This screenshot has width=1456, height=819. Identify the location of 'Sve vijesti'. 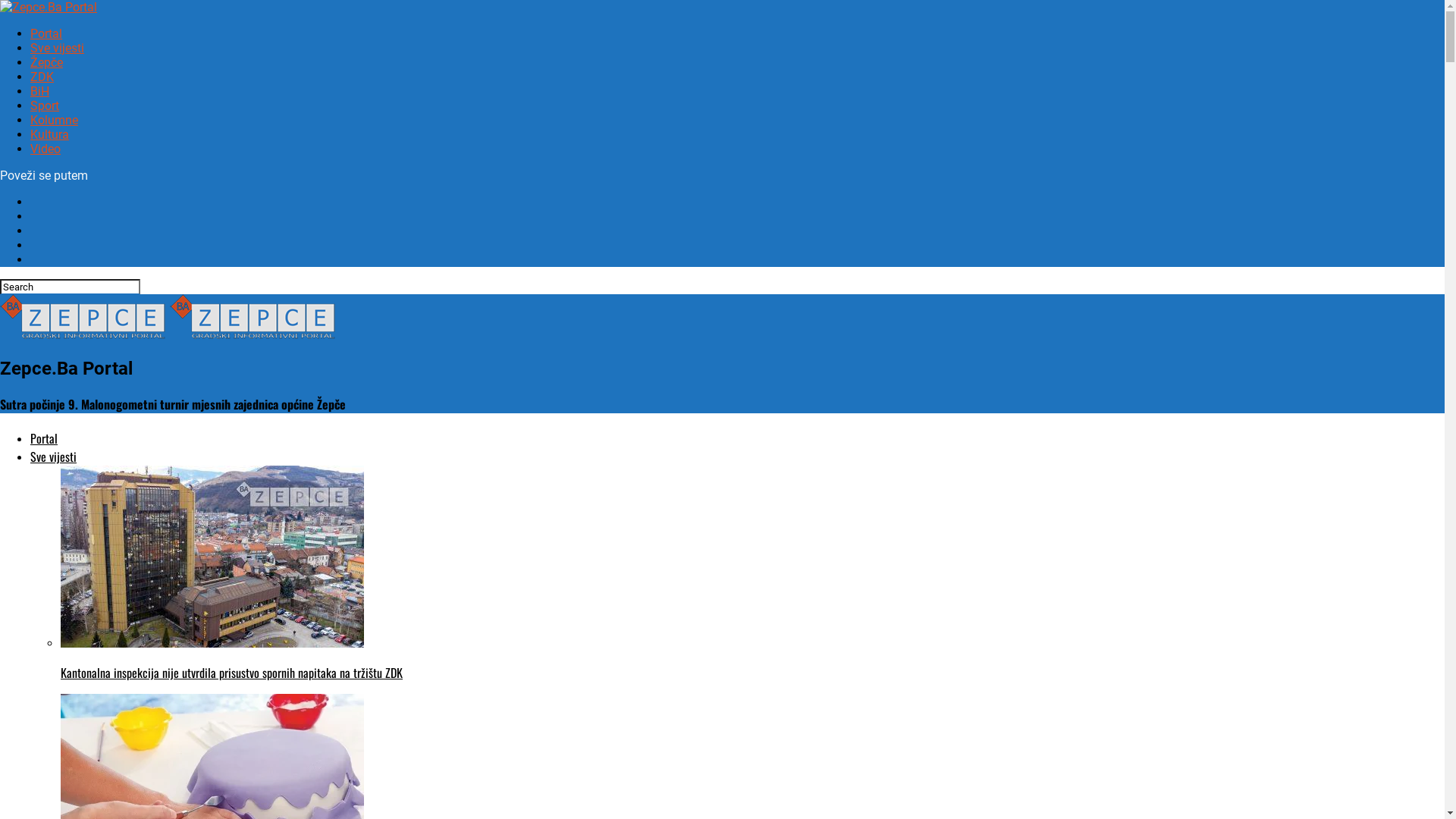
(53, 455).